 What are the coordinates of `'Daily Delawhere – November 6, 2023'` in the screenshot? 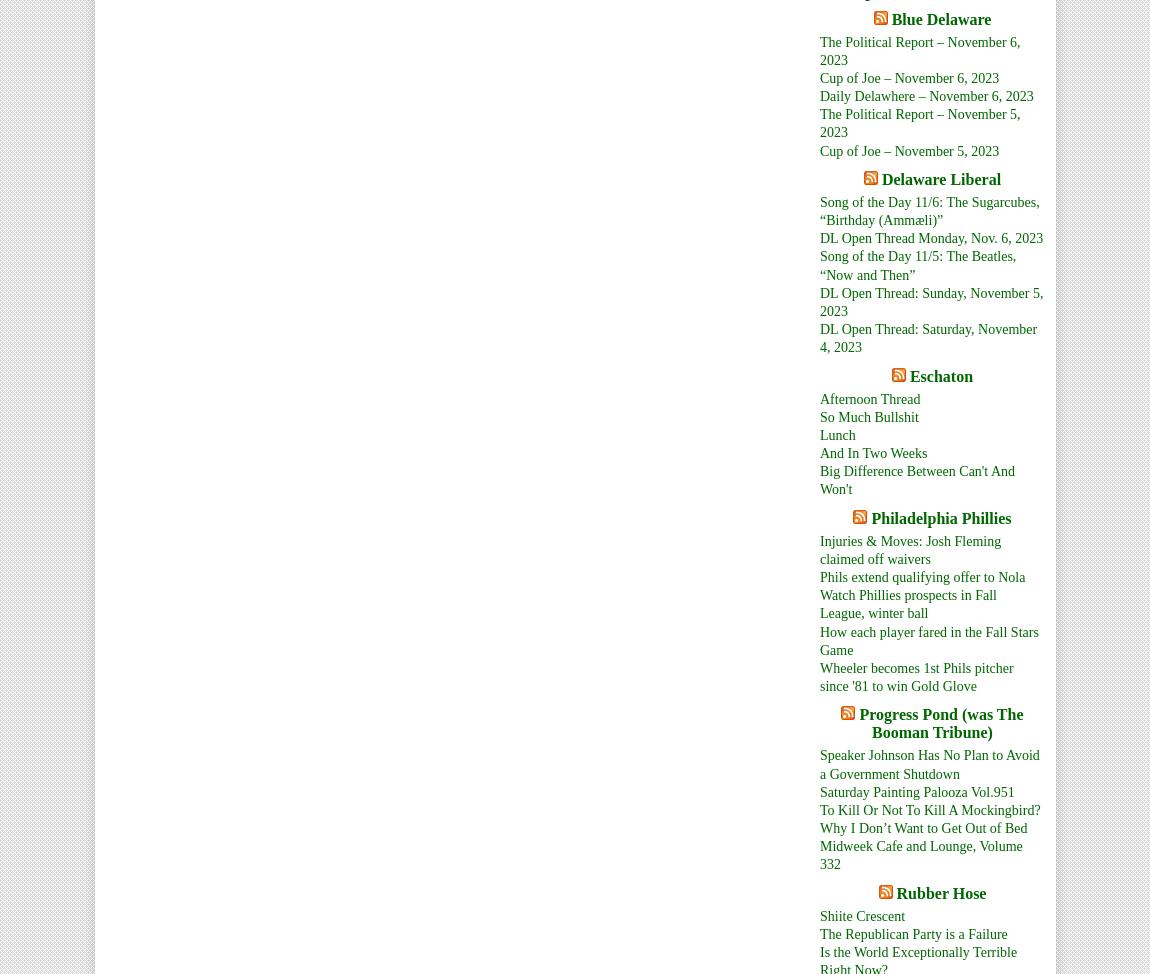 It's located at (926, 95).